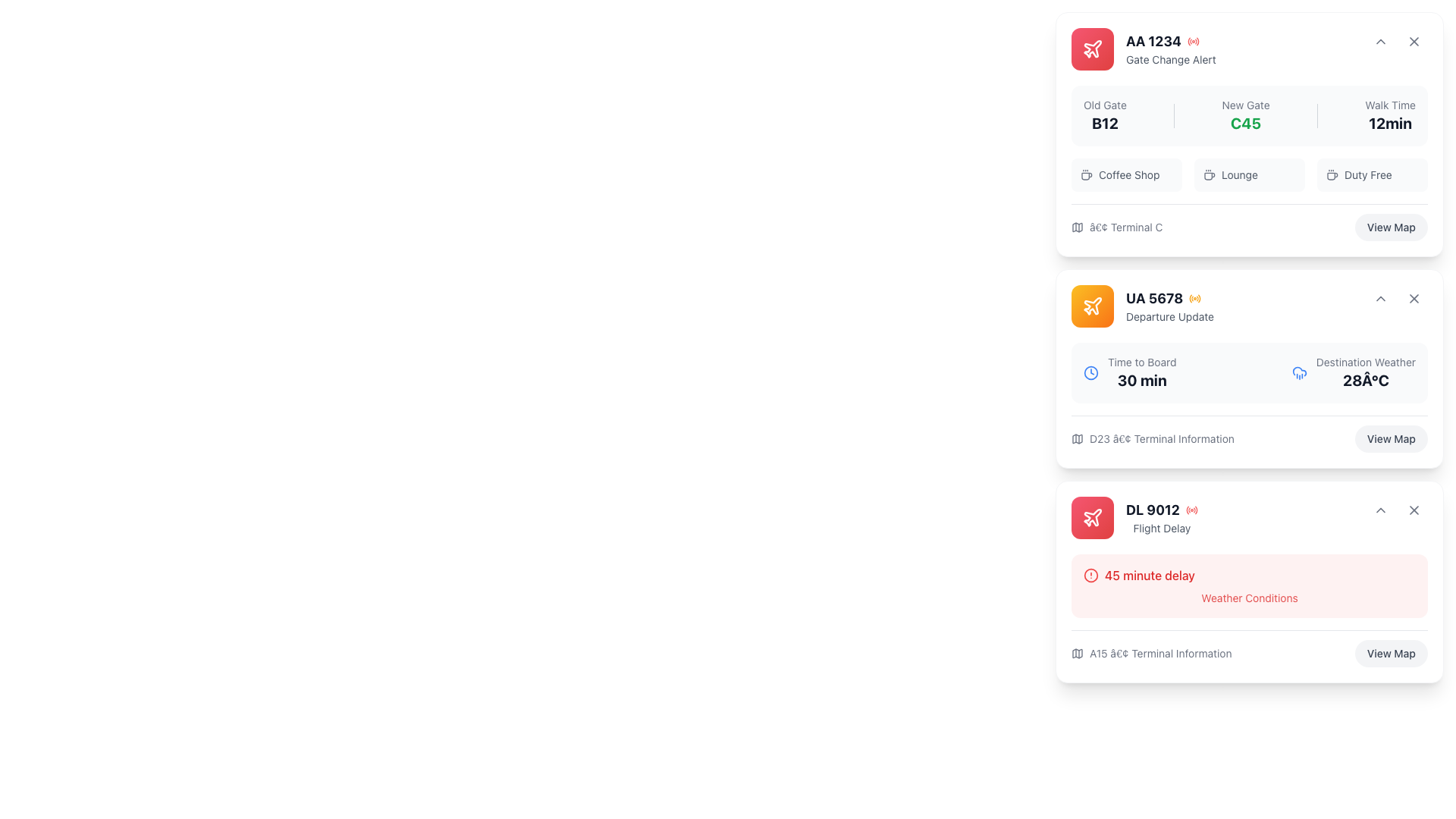 The height and width of the screenshot is (819, 1456). What do you see at coordinates (1134, 516) in the screenshot?
I see `the informational component displaying a red square icon with a white airplane symbol, bold black text 'DL 9012', and smaller gray text 'Flight Delay' located at the bottommost position in a vertical stack of cards` at bounding box center [1134, 516].